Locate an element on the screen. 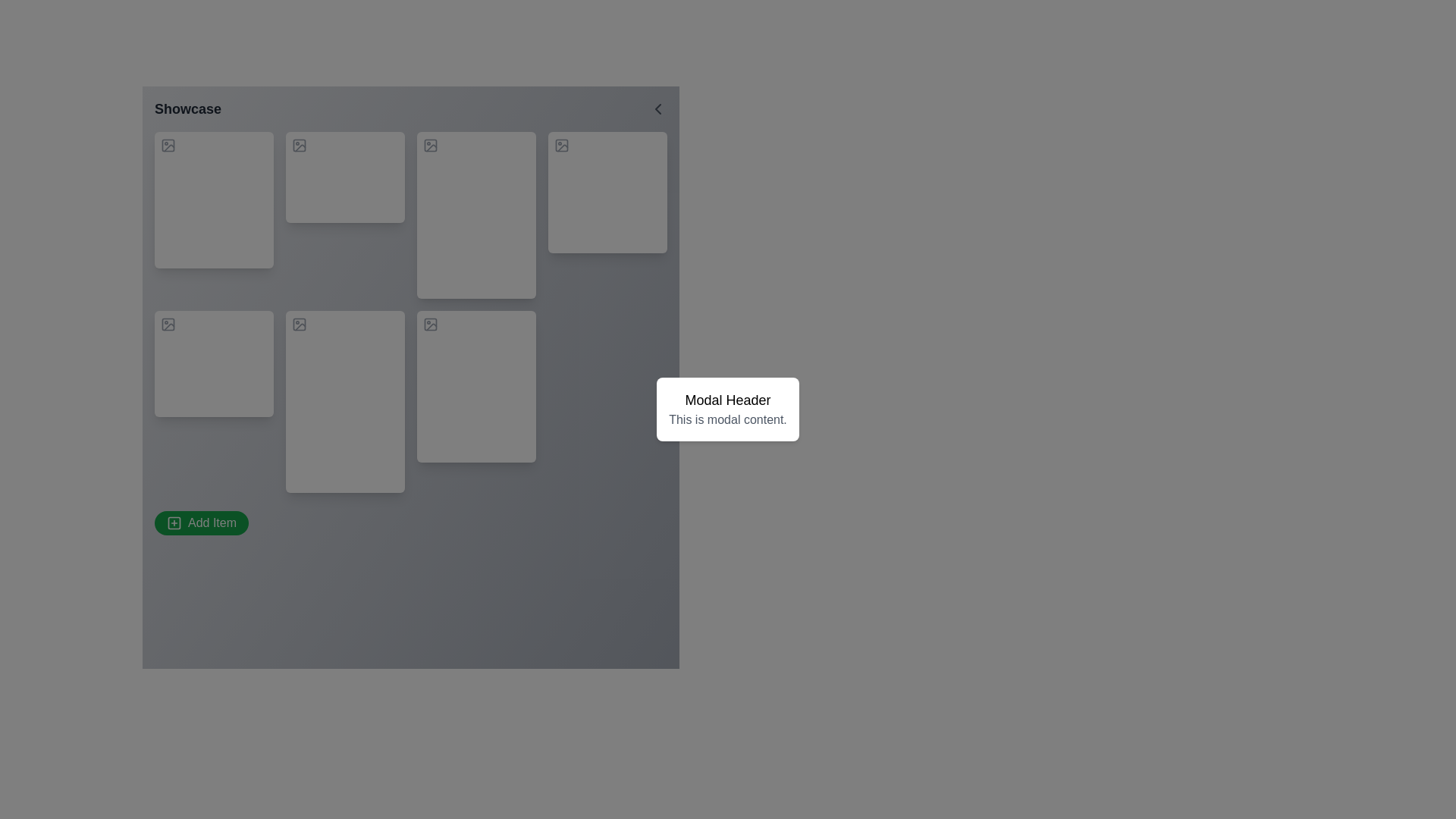  the missing image indicator icon located in the top-right corner of the second card in the 'Showcase' section is located at coordinates (429, 146).